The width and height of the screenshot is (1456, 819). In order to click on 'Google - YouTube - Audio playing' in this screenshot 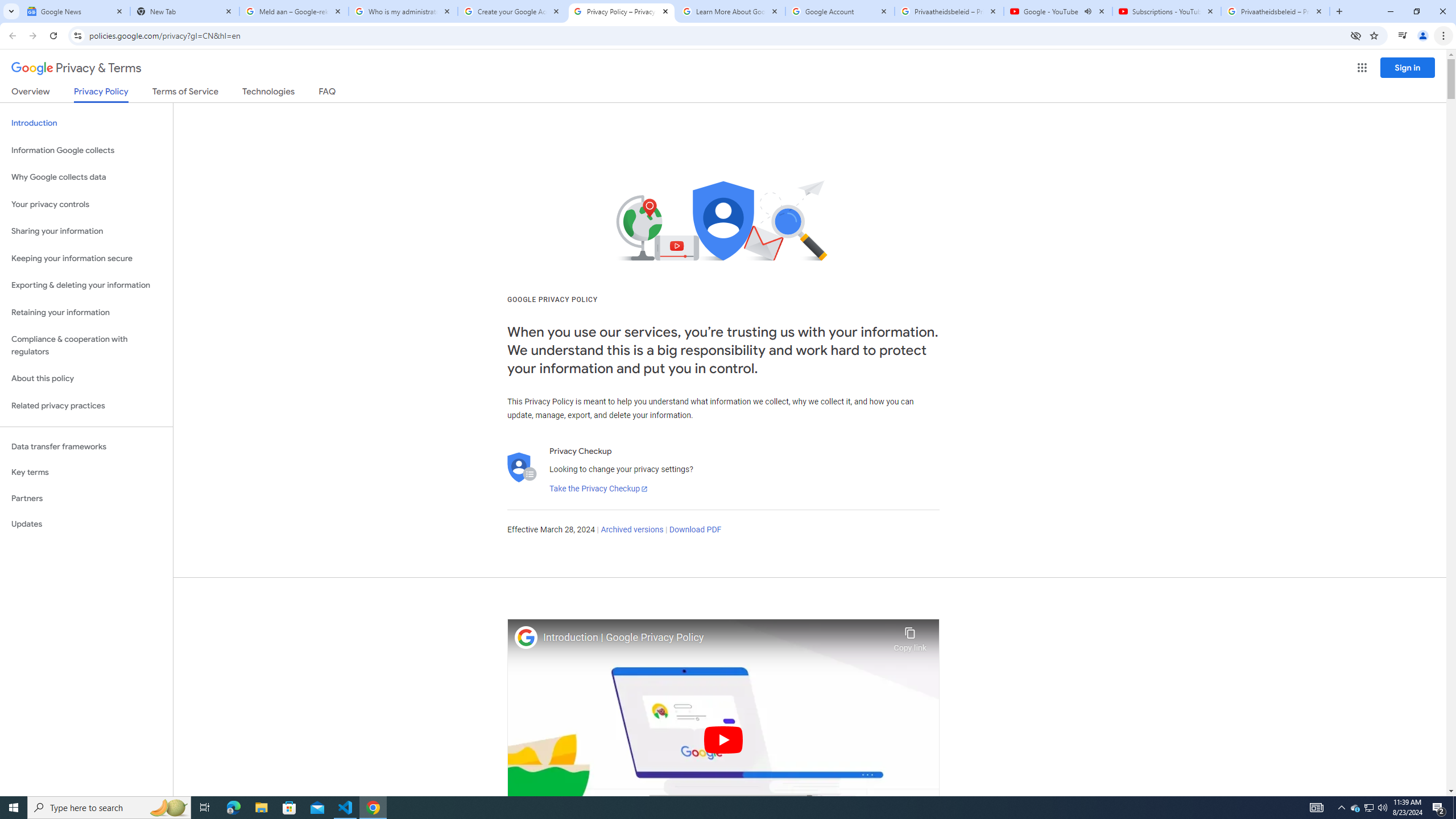, I will do `click(1058, 11)`.